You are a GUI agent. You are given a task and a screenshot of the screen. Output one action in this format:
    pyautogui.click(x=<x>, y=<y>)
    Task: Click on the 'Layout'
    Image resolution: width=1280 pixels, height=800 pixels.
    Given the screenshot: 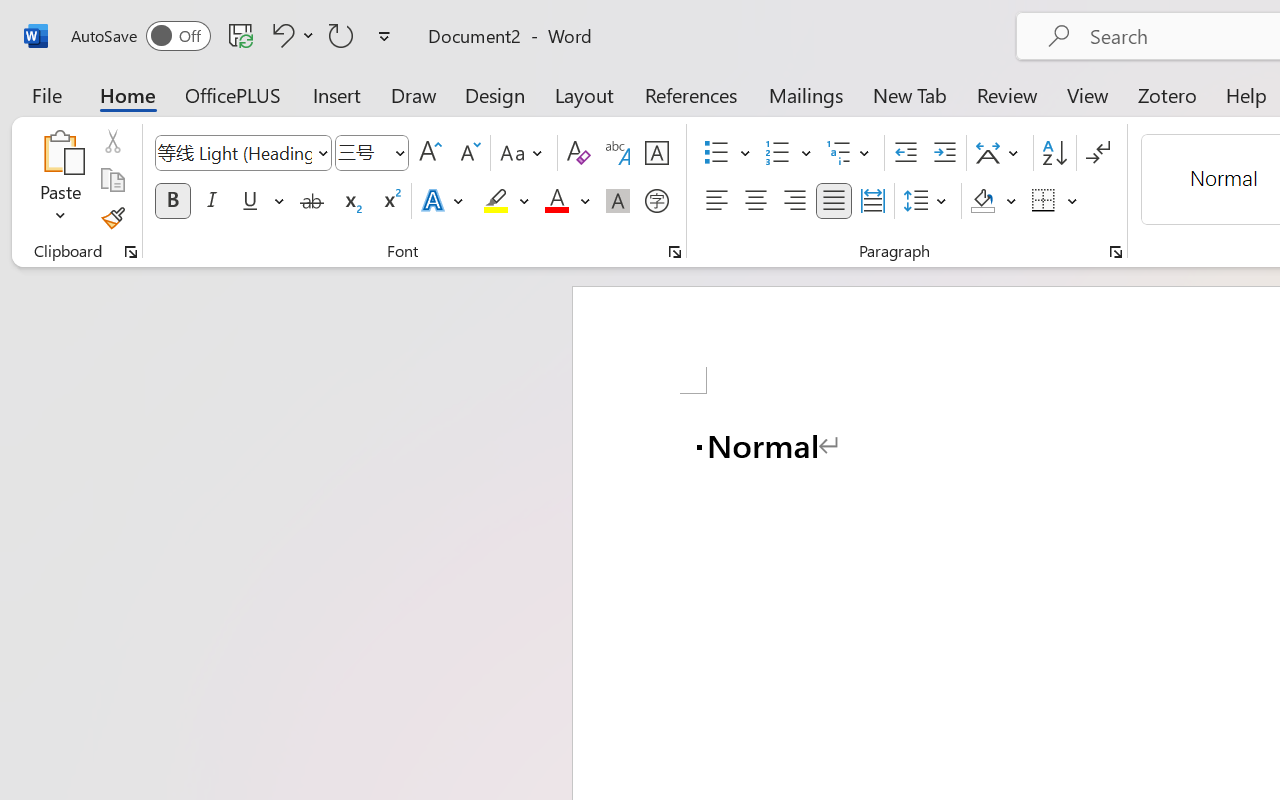 What is the action you would take?
    pyautogui.click(x=583, y=94)
    